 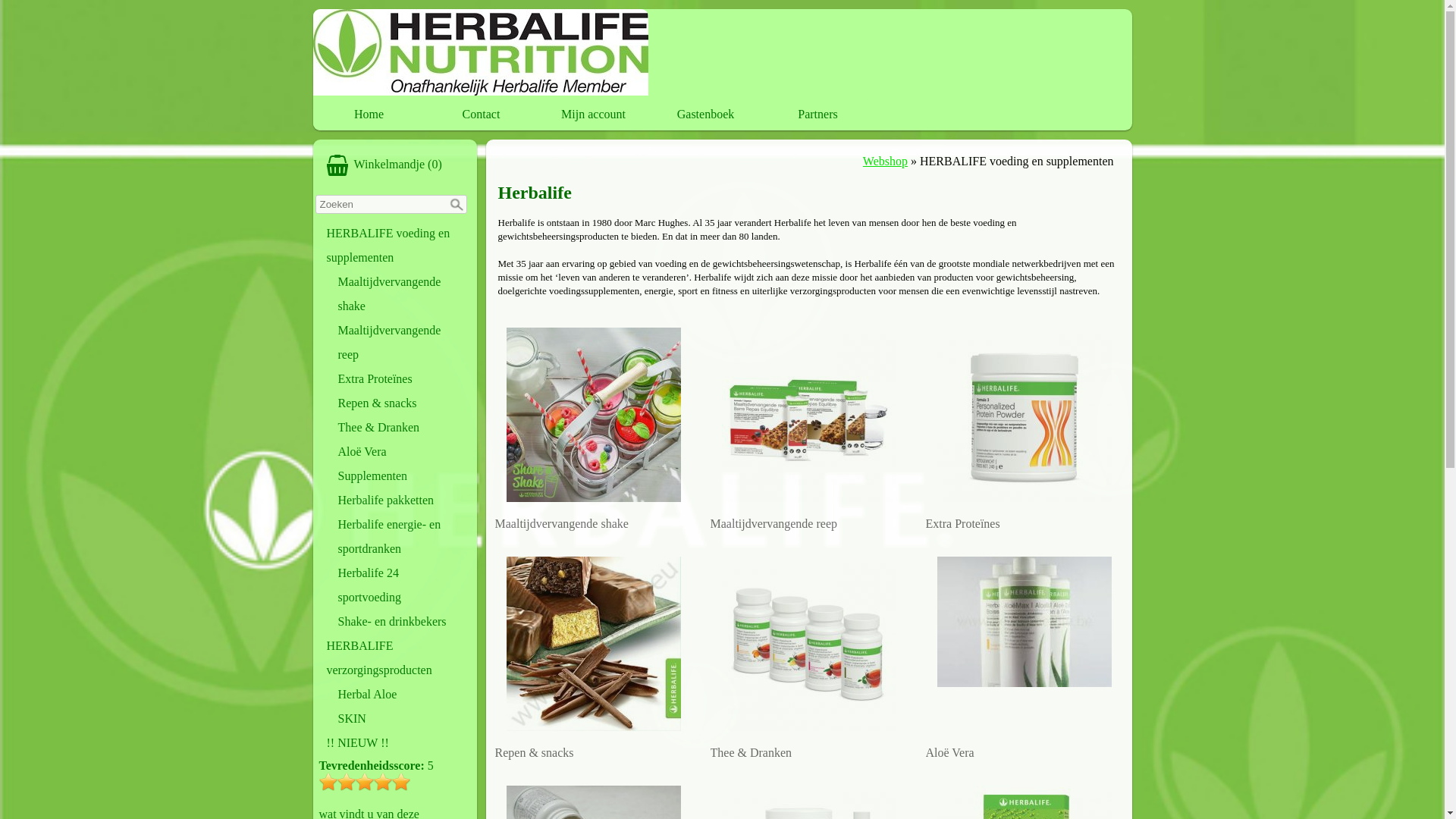 What do you see at coordinates (325, 536) in the screenshot?
I see `'Herbalife energie- en sportdranken'` at bounding box center [325, 536].